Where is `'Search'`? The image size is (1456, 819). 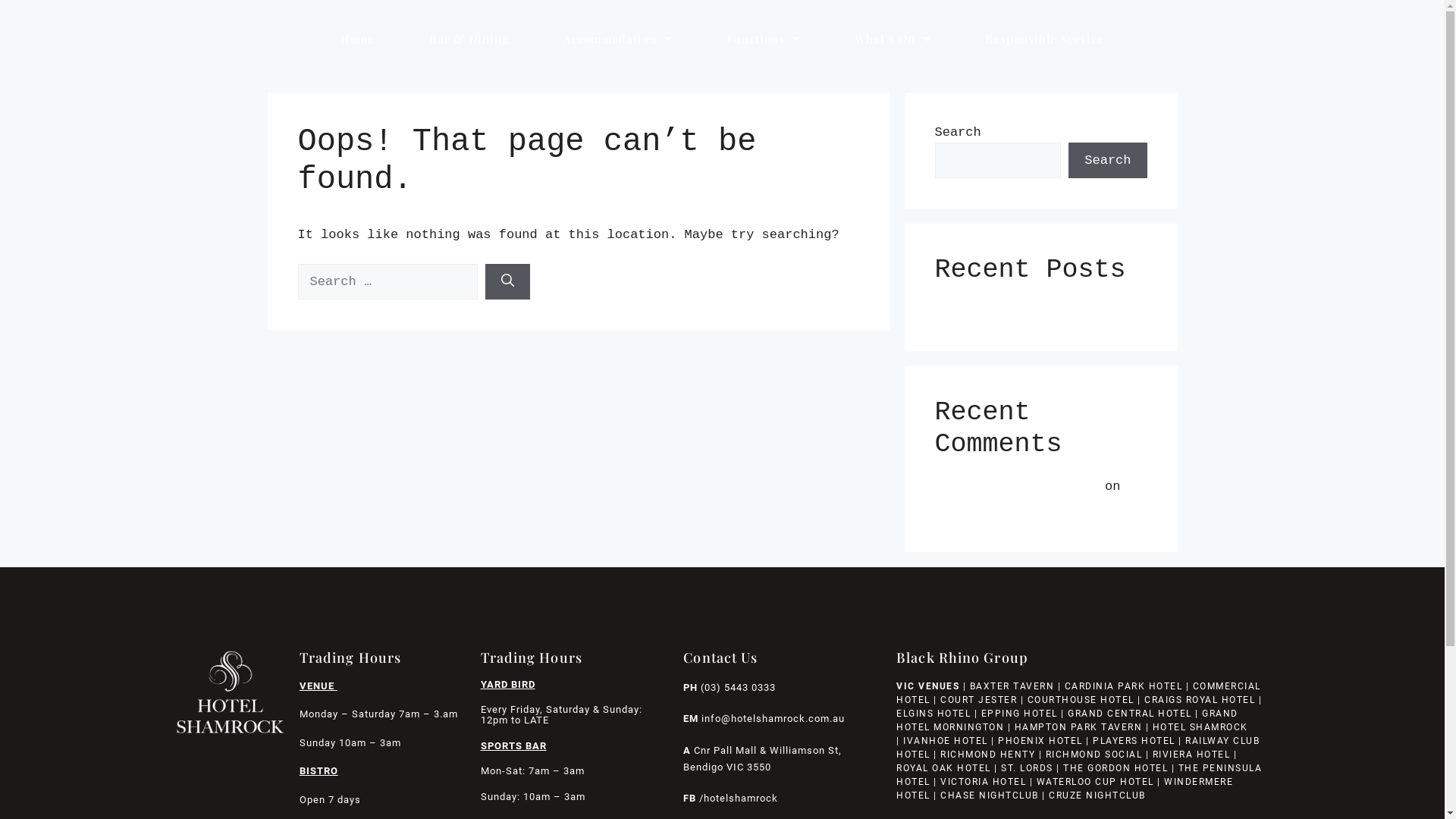
'Search' is located at coordinates (1068, 161).